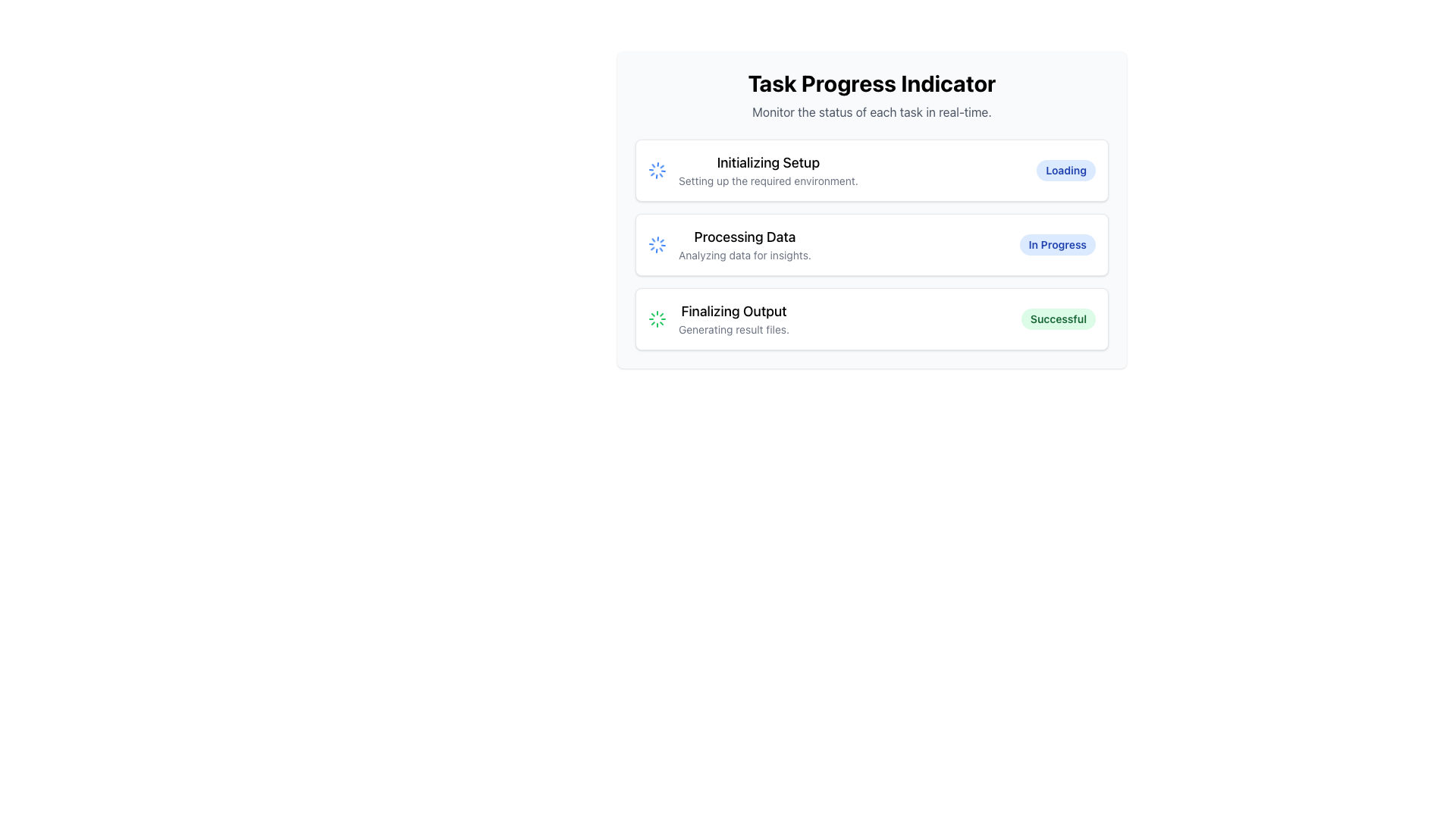  Describe the element at coordinates (1057, 318) in the screenshot. I see `the Status Indicator Badge displaying 'Successful' which is light green in color, located on the right side of the third row of the task progress list` at that location.